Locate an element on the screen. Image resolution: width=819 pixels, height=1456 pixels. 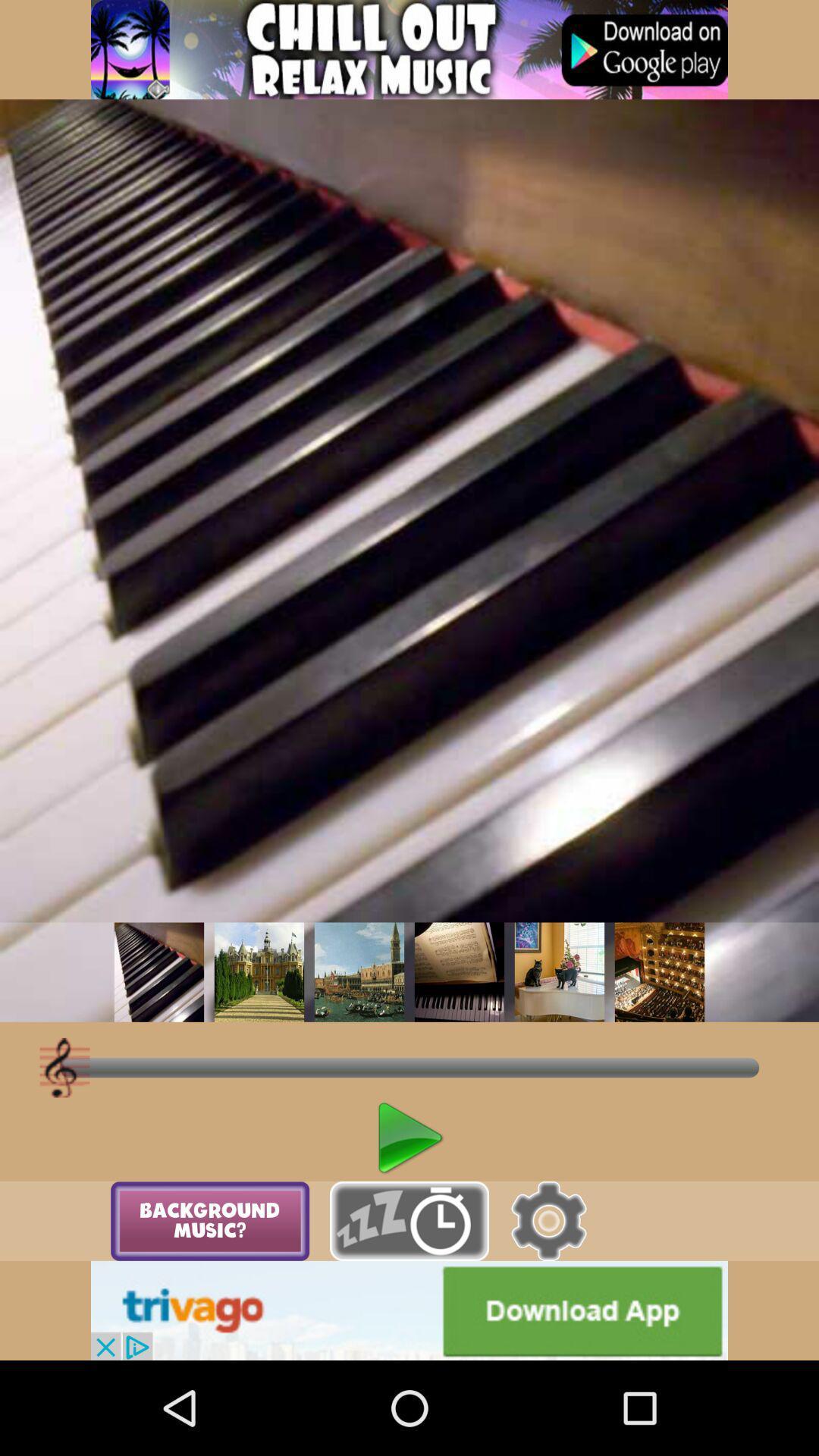
open advertisement is located at coordinates (409, 49).